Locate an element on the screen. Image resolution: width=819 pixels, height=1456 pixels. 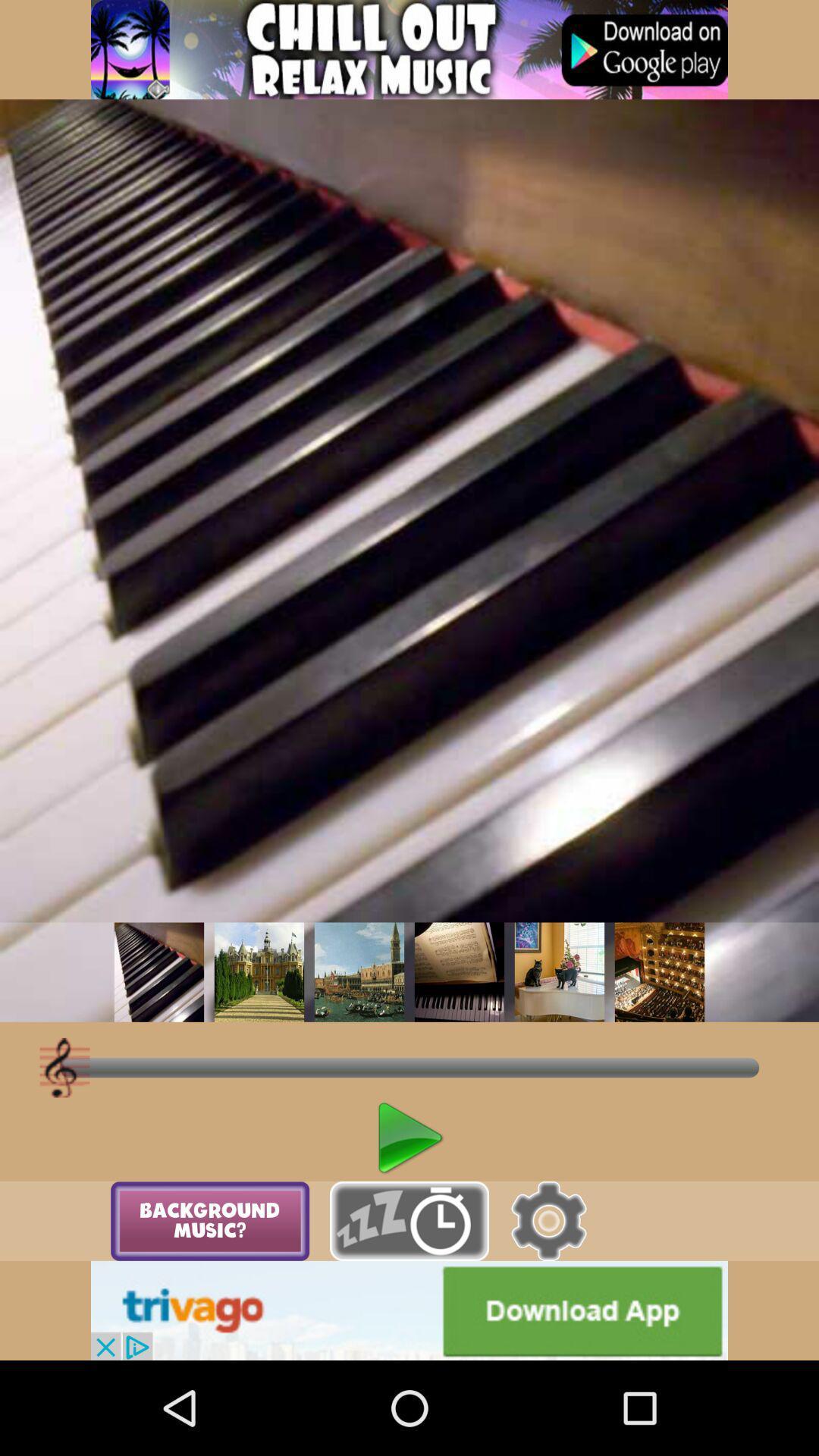
open advertisement is located at coordinates (409, 49).